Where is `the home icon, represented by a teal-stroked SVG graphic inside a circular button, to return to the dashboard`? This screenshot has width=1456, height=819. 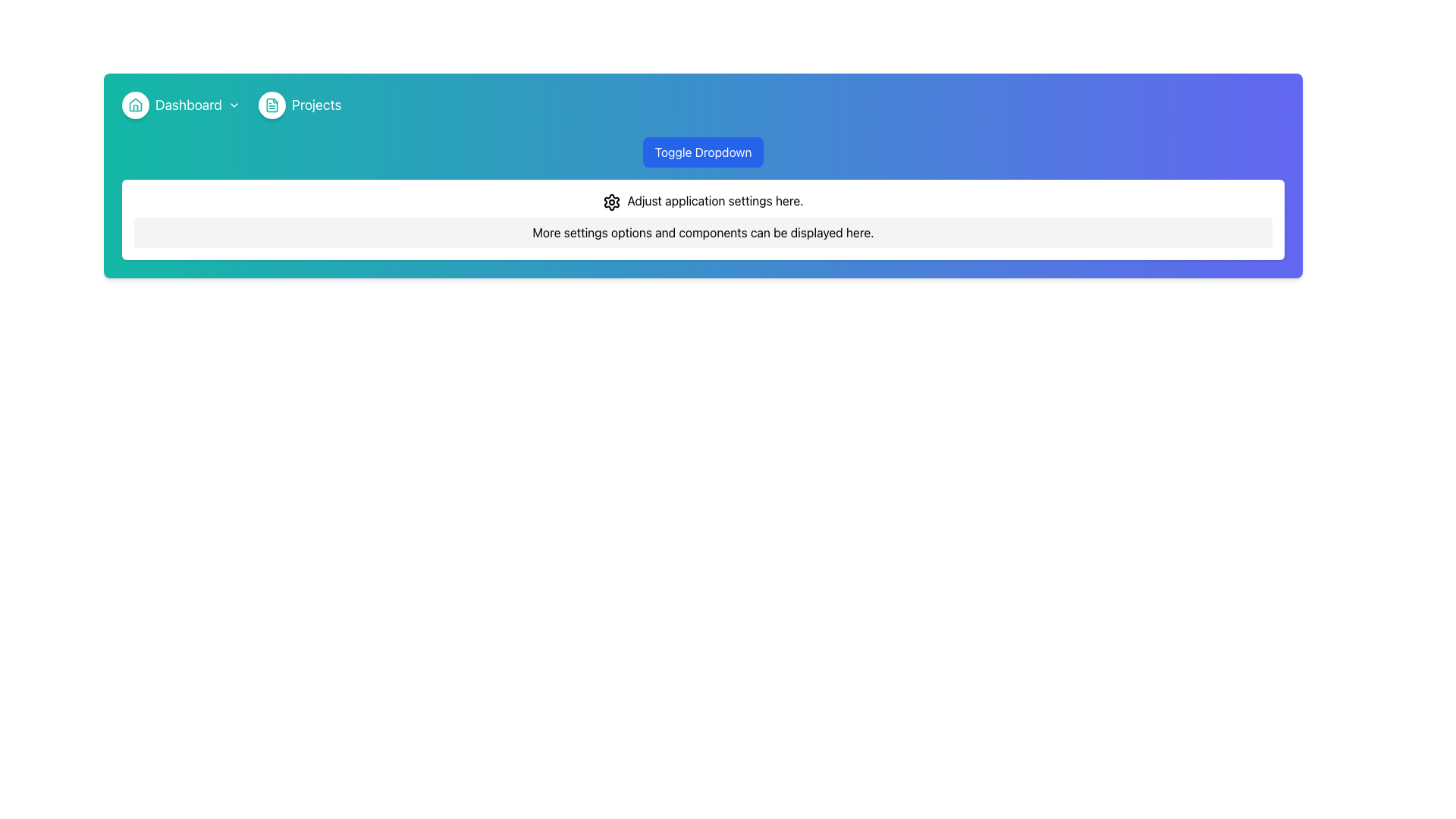
the home icon, represented by a teal-stroked SVG graphic inside a circular button, to return to the dashboard is located at coordinates (135, 104).